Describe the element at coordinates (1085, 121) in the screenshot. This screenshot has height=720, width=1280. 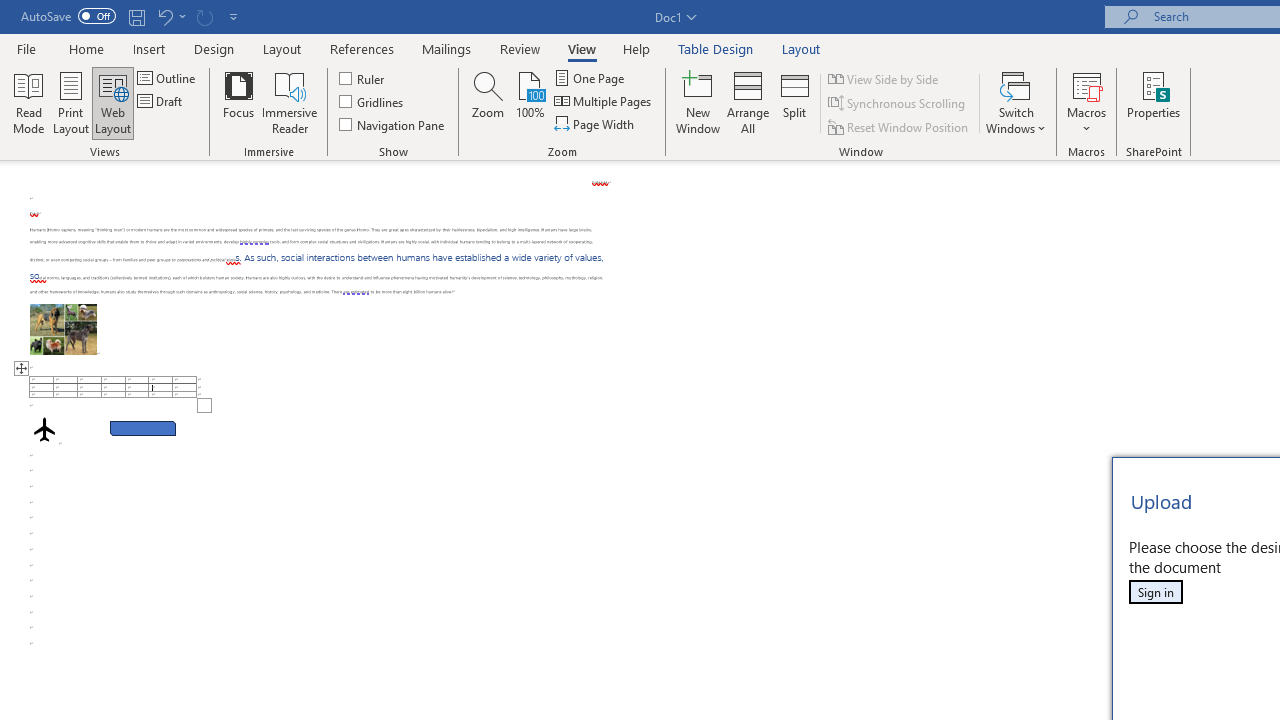
I see `'More Options'` at that location.